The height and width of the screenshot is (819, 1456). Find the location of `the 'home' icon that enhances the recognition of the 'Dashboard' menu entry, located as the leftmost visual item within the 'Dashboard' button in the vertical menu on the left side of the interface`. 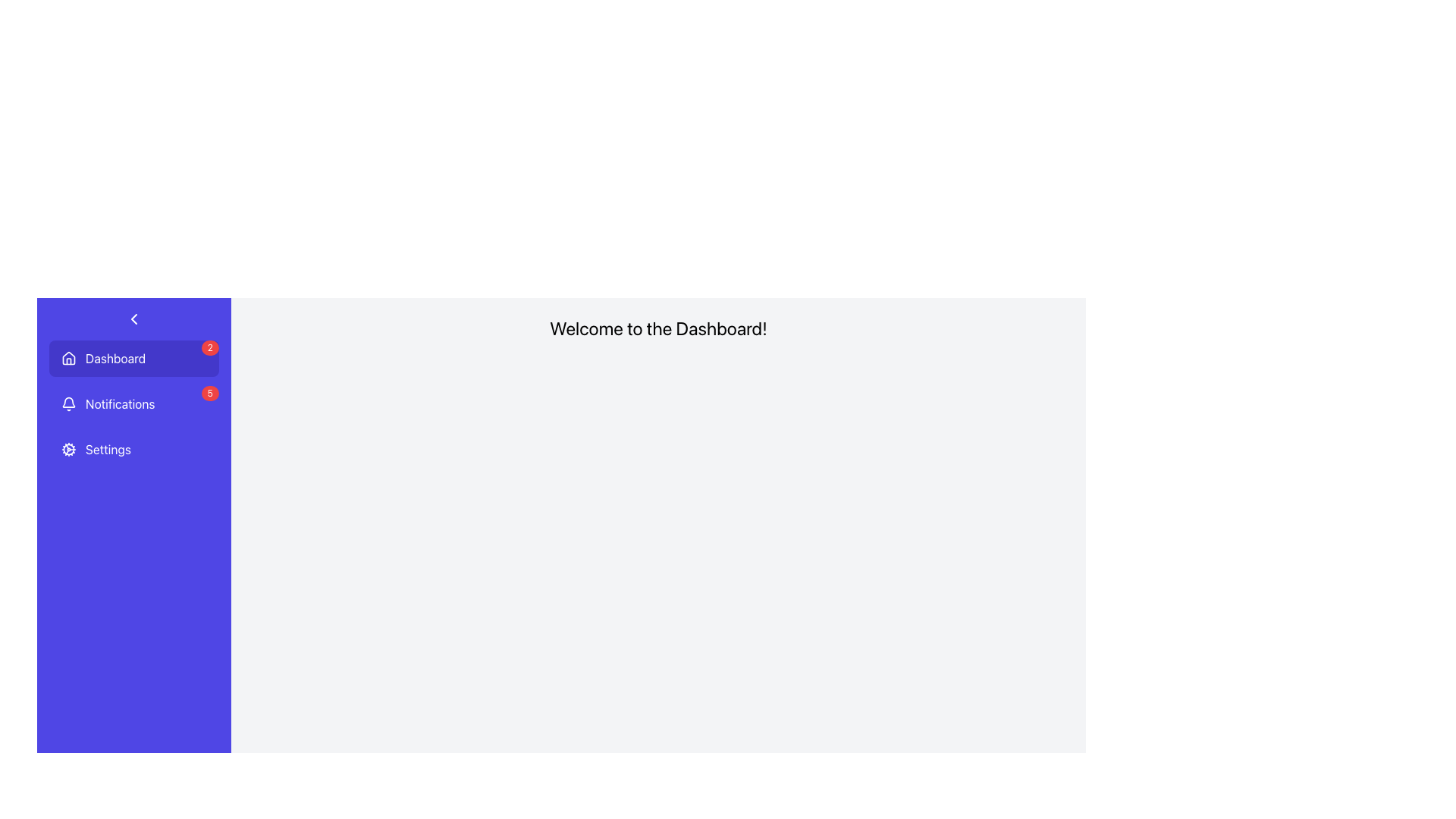

the 'home' icon that enhances the recognition of the 'Dashboard' menu entry, located as the leftmost visual item within the 'Dashboard' button in the vertical menu on the left side of the interface is located at coordinates (68, 359).